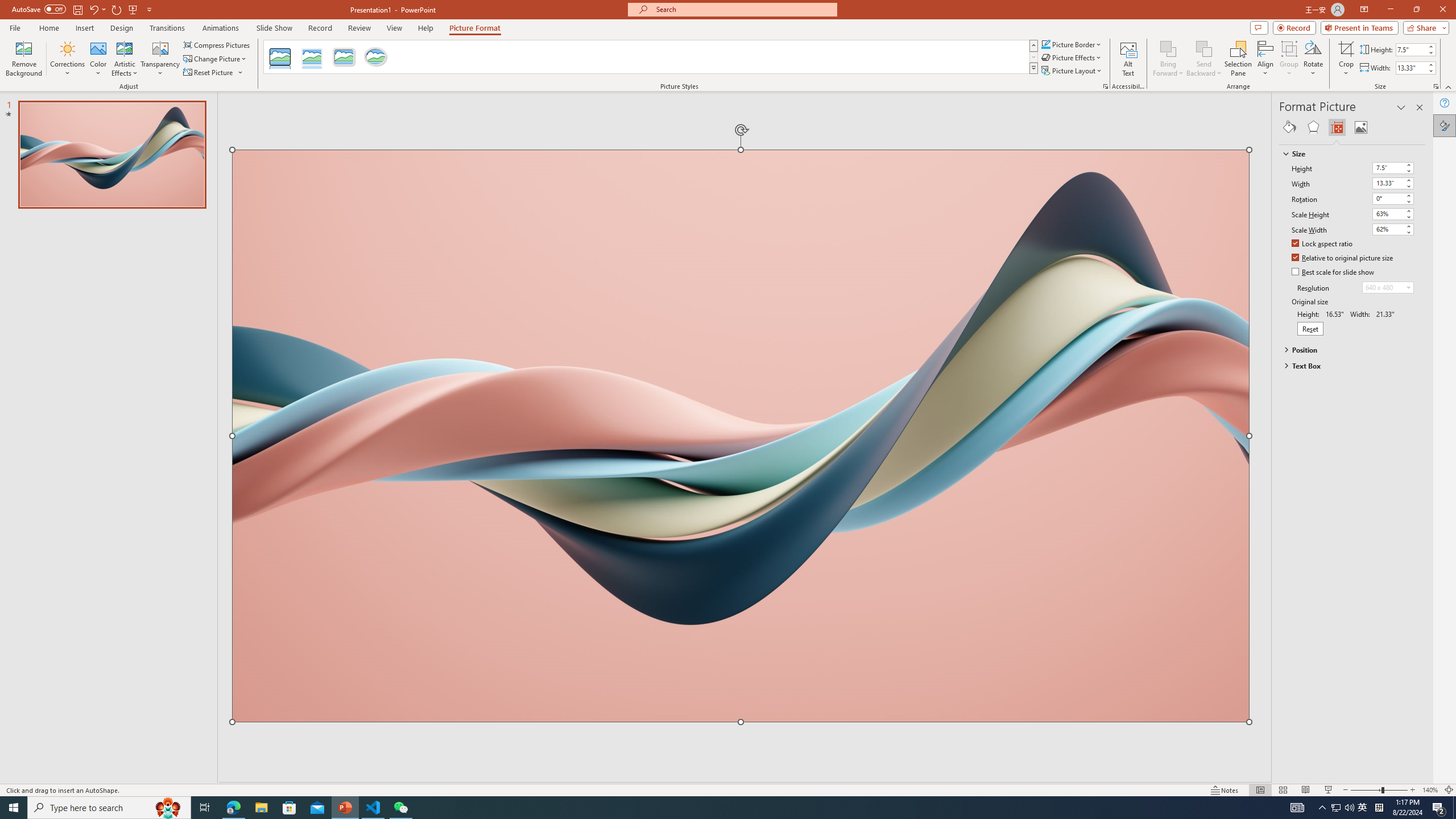 The image size is (1456, 819). What do you see at coordinates (1420, 460) in the screenshot?
I see `'Class: NetUIScrollBar'` at bounding box center [1420, 460].